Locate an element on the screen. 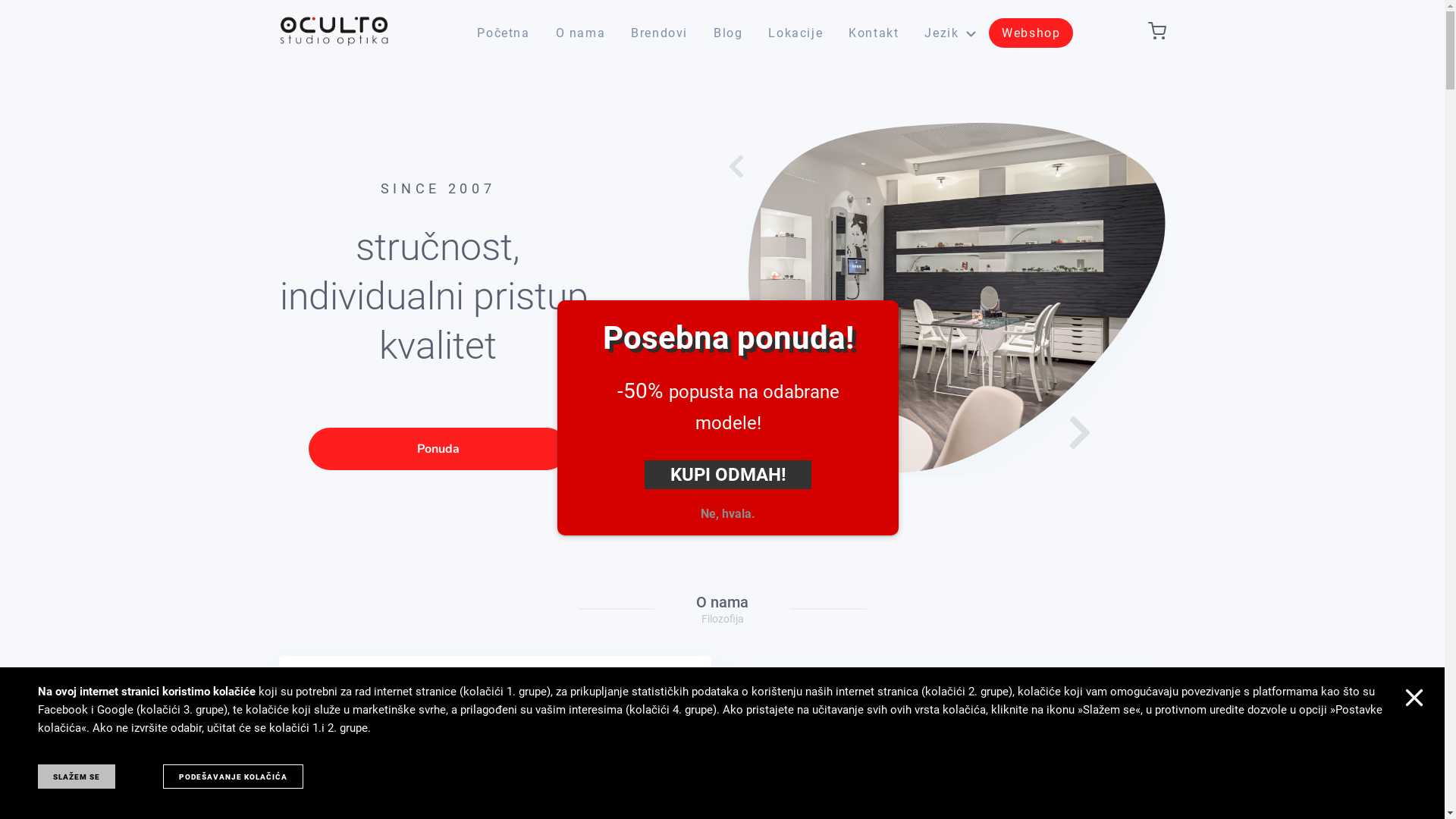 The image size is (1456, 819). 'Lokacije' is located at coordinates (795, 33).